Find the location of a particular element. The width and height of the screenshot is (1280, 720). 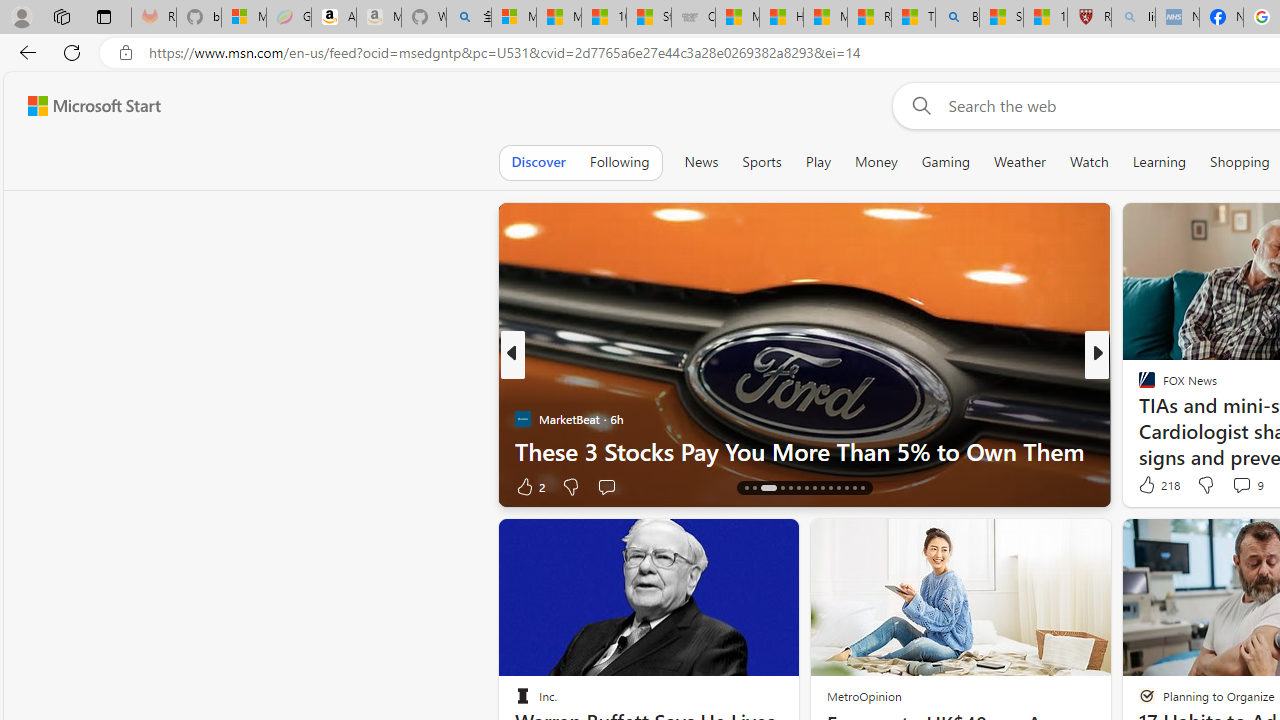

'View comments 5 Comment' is located at coordinates (1234, 486).